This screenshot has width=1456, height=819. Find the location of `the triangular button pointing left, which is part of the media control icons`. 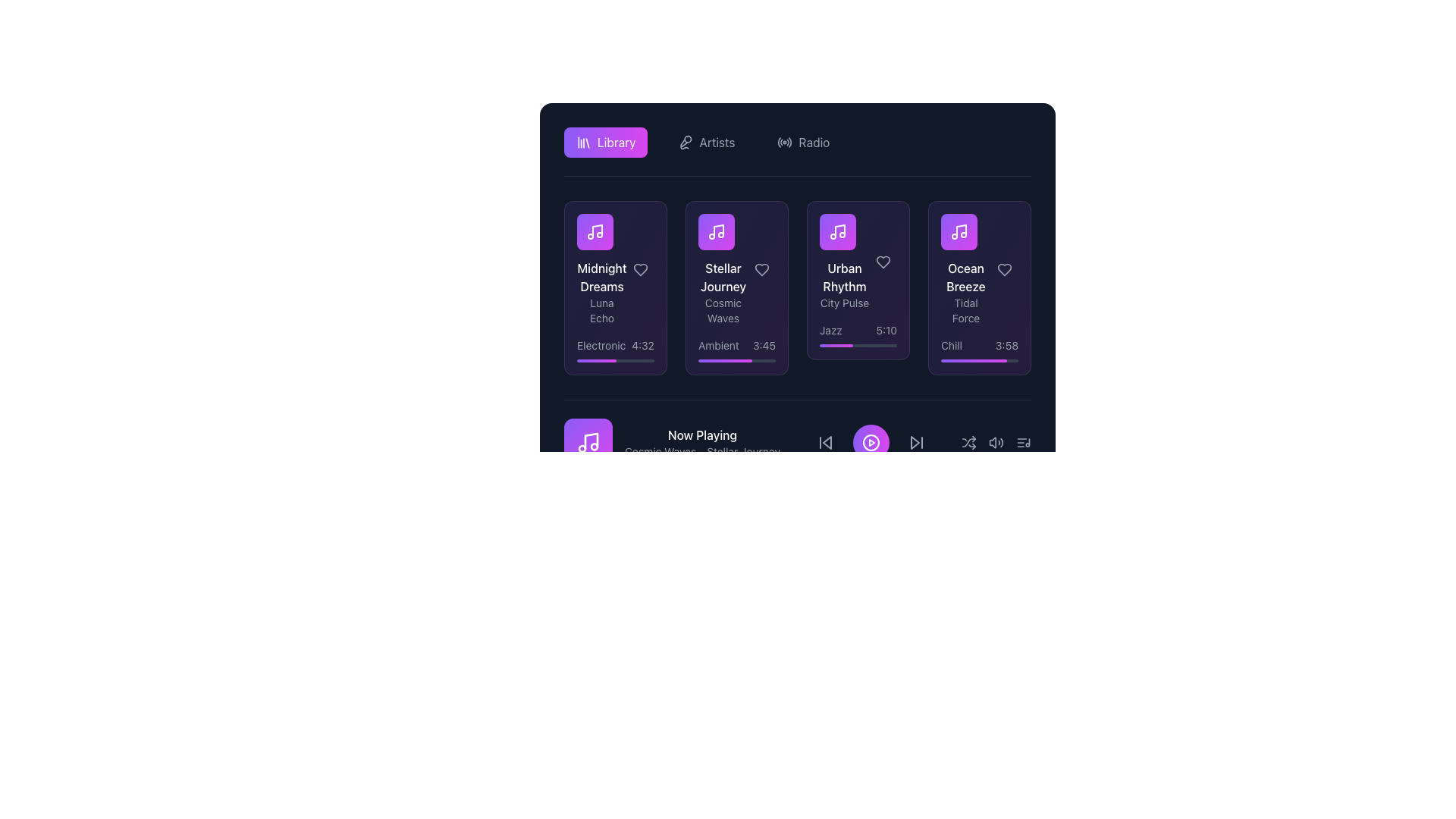

the triangular button pointing left, which is part of the media control icons is located at coordinates (826, 442).